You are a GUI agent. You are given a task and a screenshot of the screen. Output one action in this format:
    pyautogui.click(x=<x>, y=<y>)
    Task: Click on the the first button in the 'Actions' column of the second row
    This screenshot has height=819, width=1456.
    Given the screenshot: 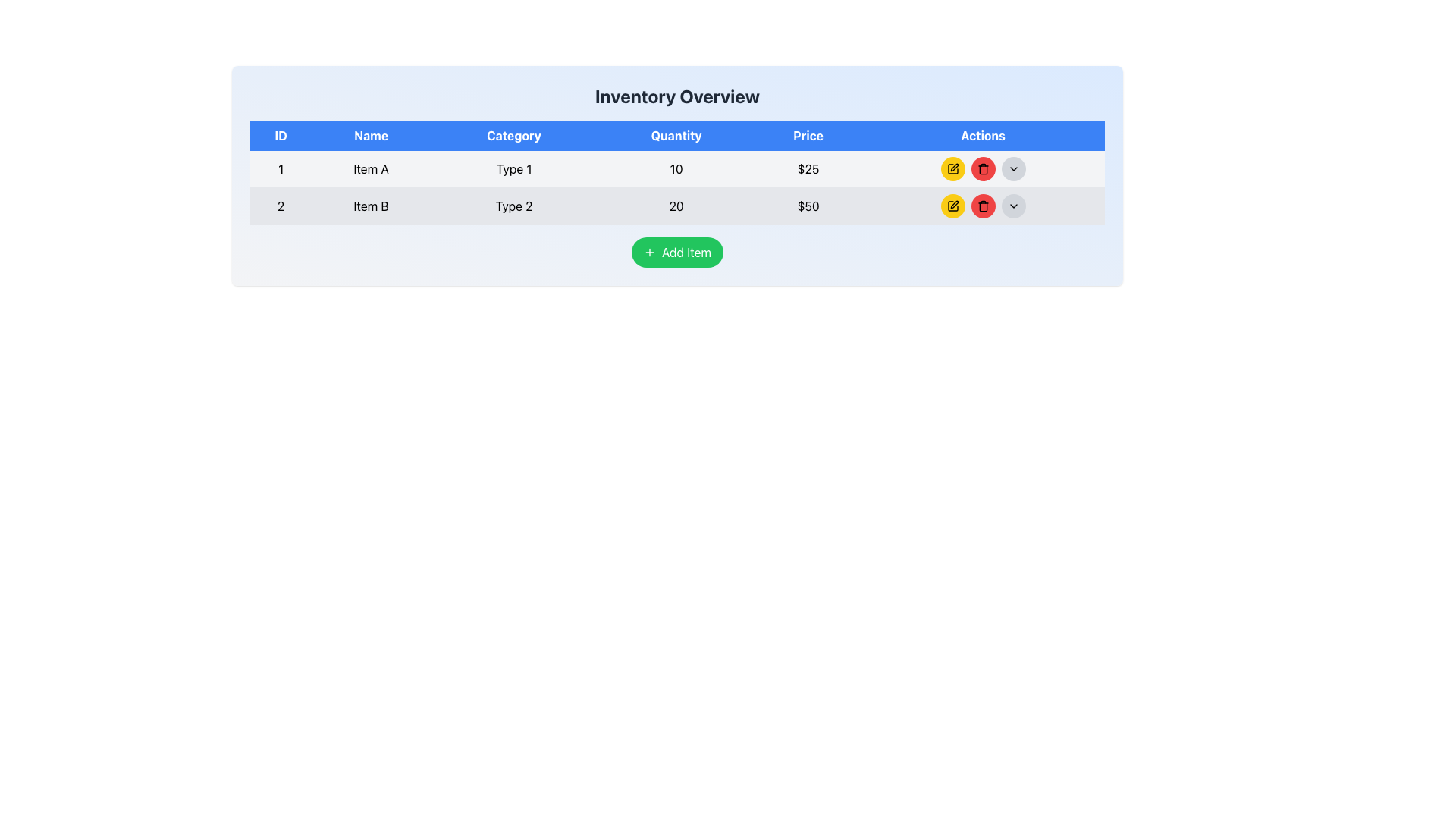 What is the action you would take?
    pyautogui.click(x=952, y=206)
    